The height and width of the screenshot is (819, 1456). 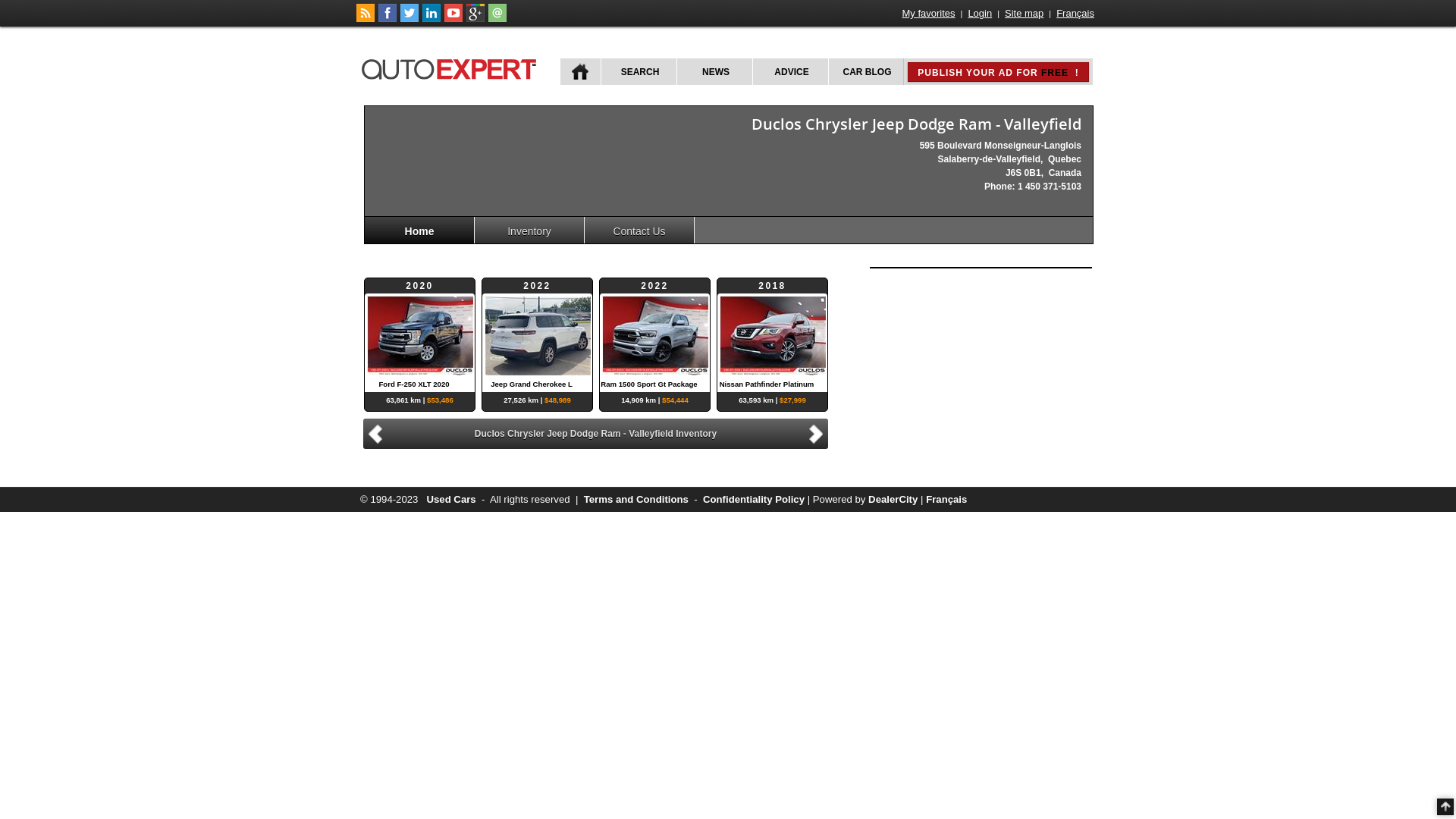 I want to click on 'Confidentiality Policy', so click(x=753, y=499).